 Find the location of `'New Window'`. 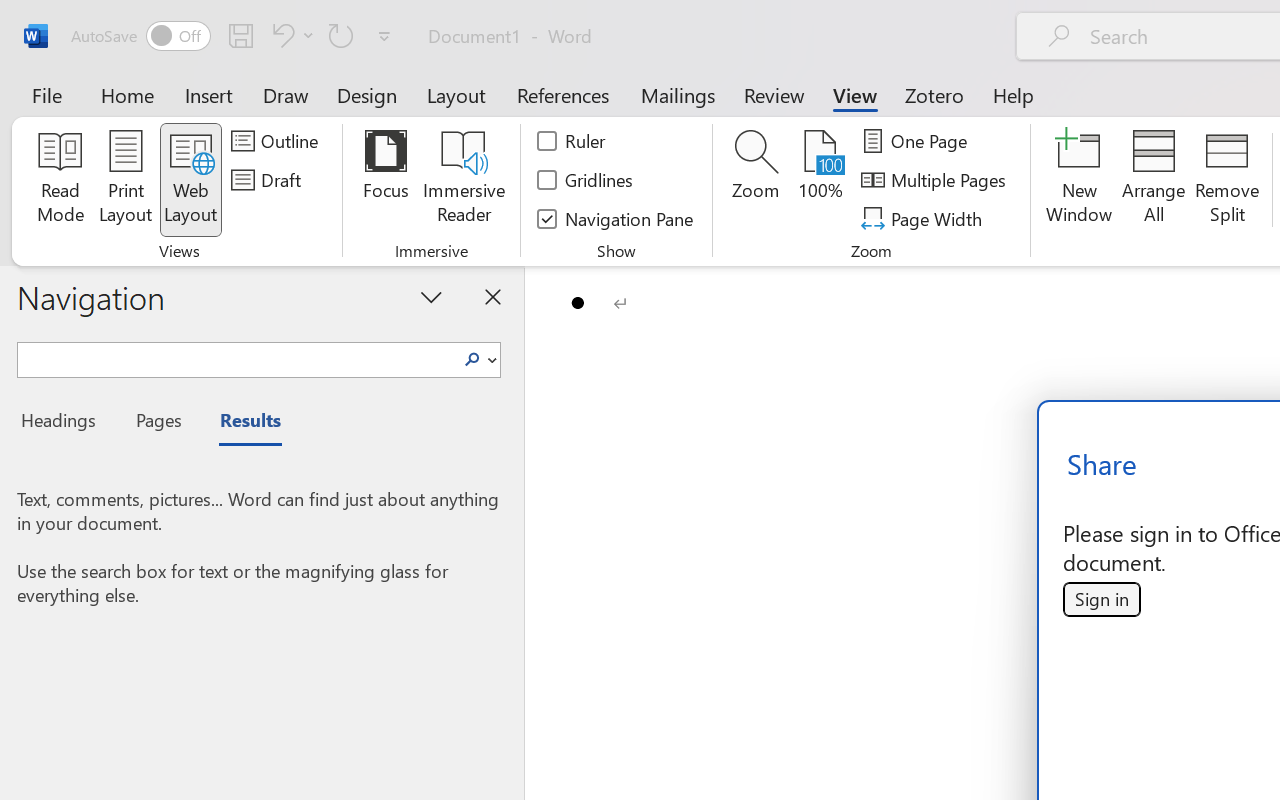

'New Window' is located at coordinates (1078, 179).